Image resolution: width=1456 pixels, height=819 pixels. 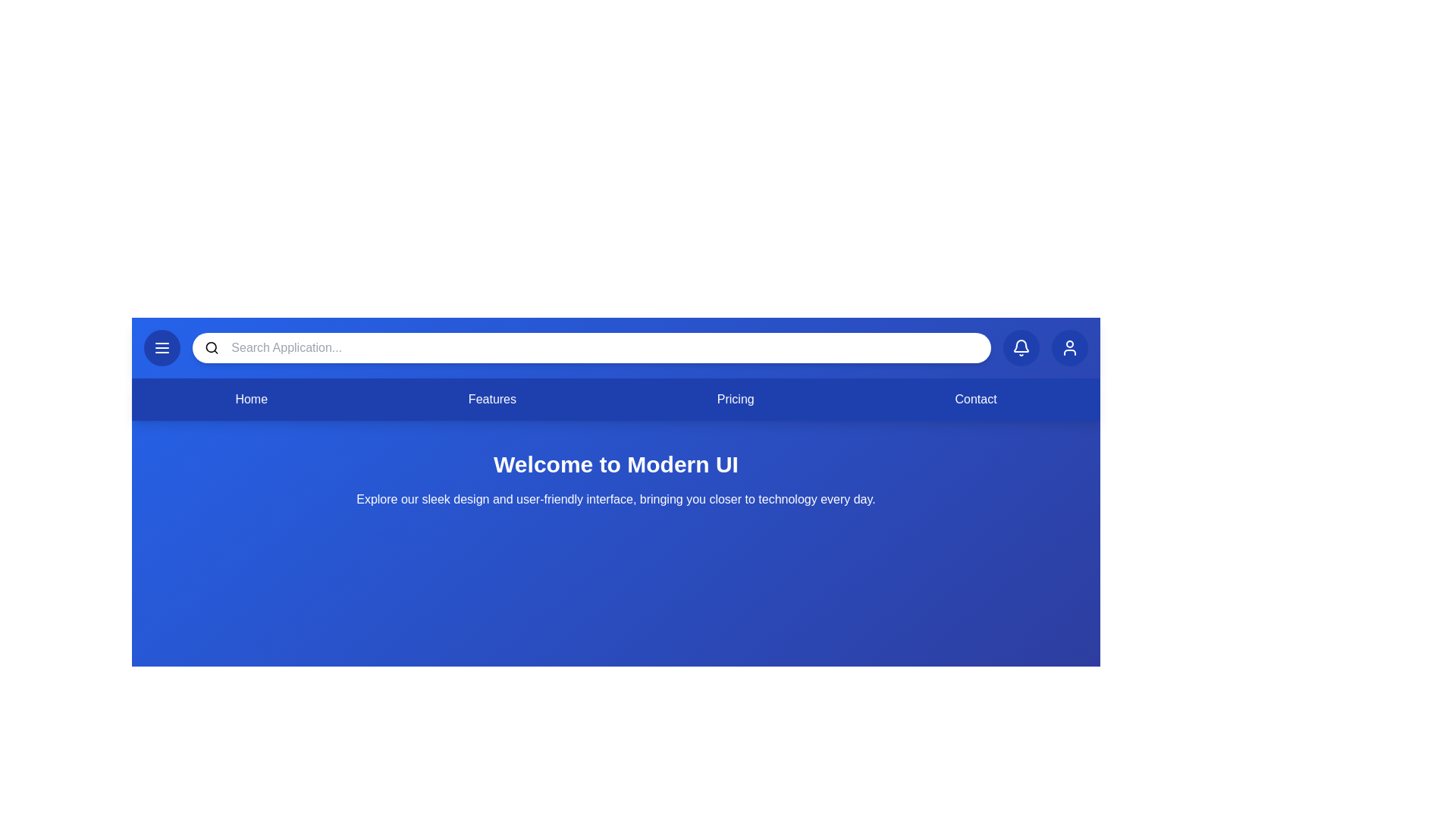 What do you see at coordinates (975, 399) in the screenshot?
I see `the navigation link Contact to access the corresponding section` at bounding box center [975, 399].